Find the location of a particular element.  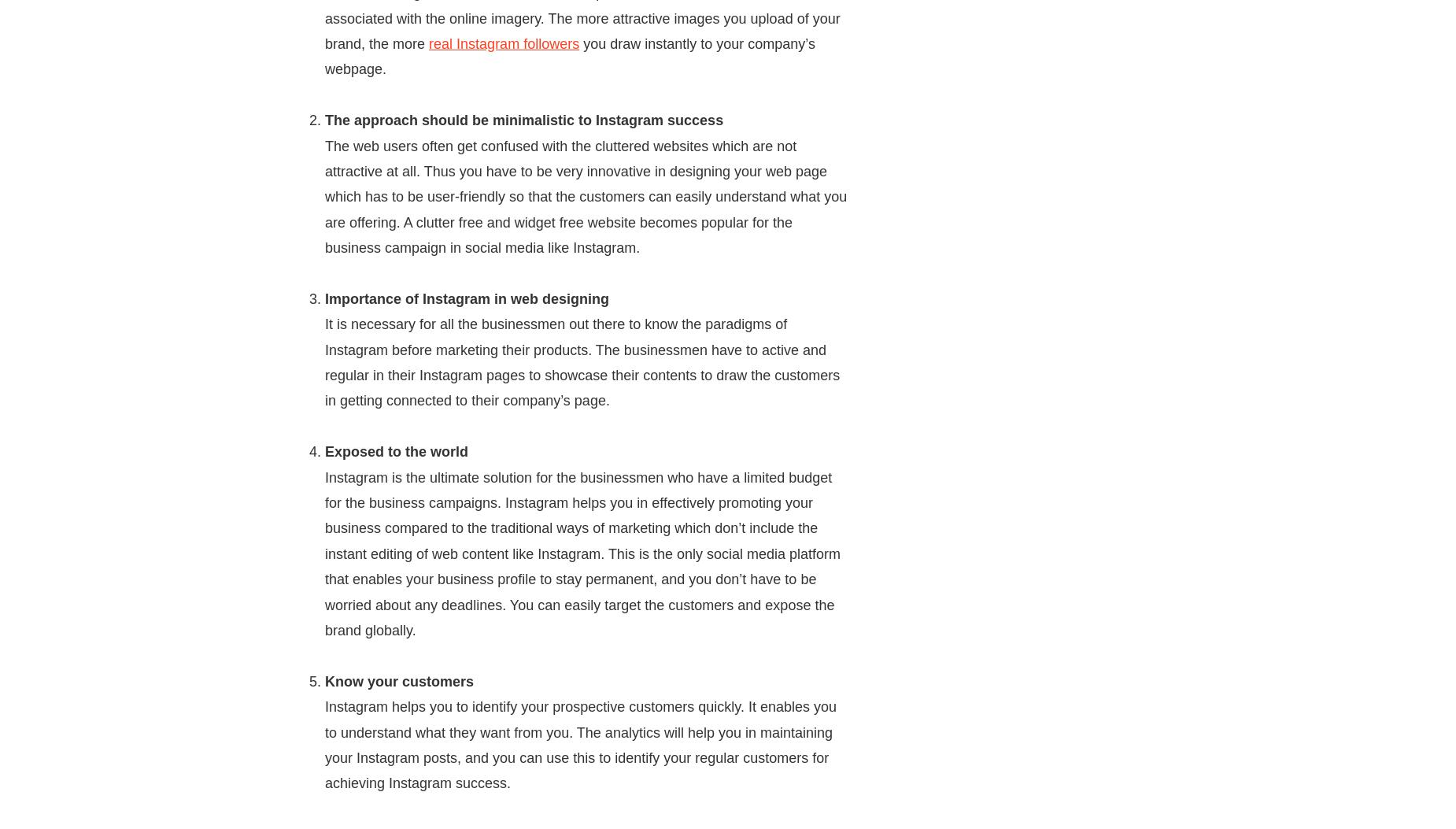

'The web users often get confused with the cluttered websites which are not attractive at all. Thus you have to be very innovative in designing your web page which has to be user-friendly so that the customers can easily understand what you are offering. A clutter free and widget free website becomes popular for the business campaign in social media like Instagram.' is located at coordinates (586, 195).